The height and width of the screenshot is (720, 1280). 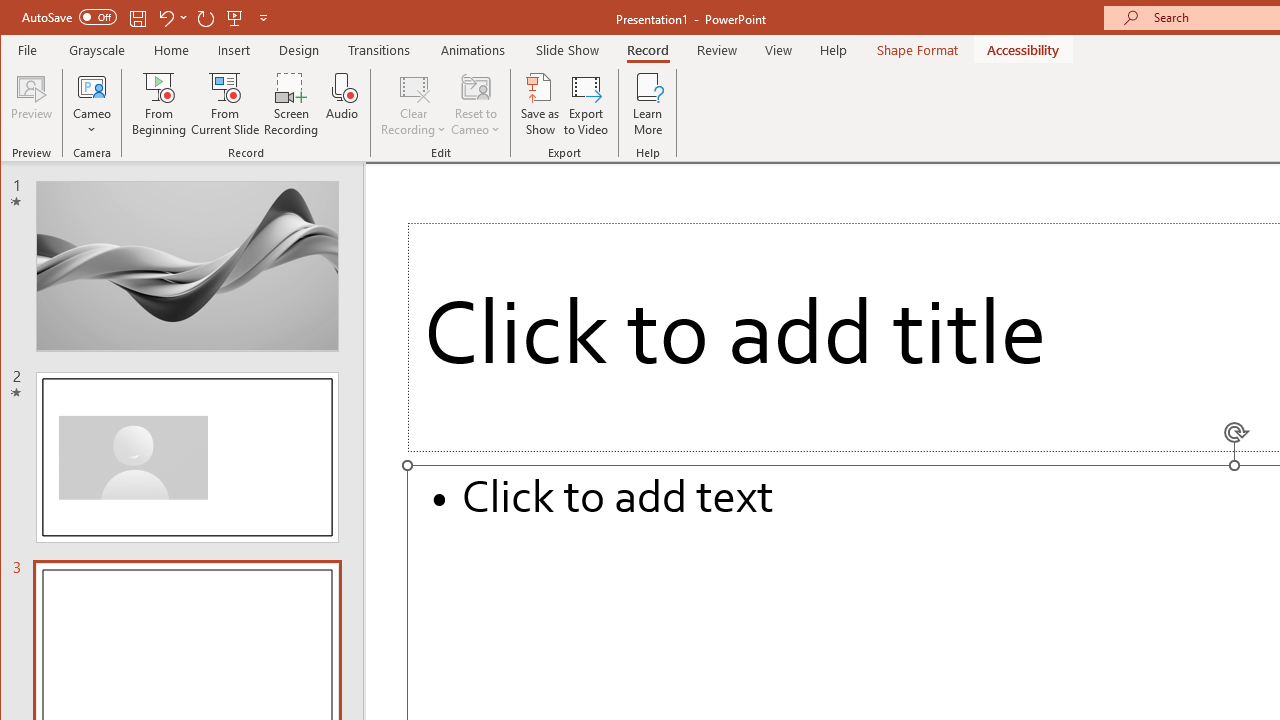 I want to click on 'Reset to Cameo', so click(x=475, y=104).